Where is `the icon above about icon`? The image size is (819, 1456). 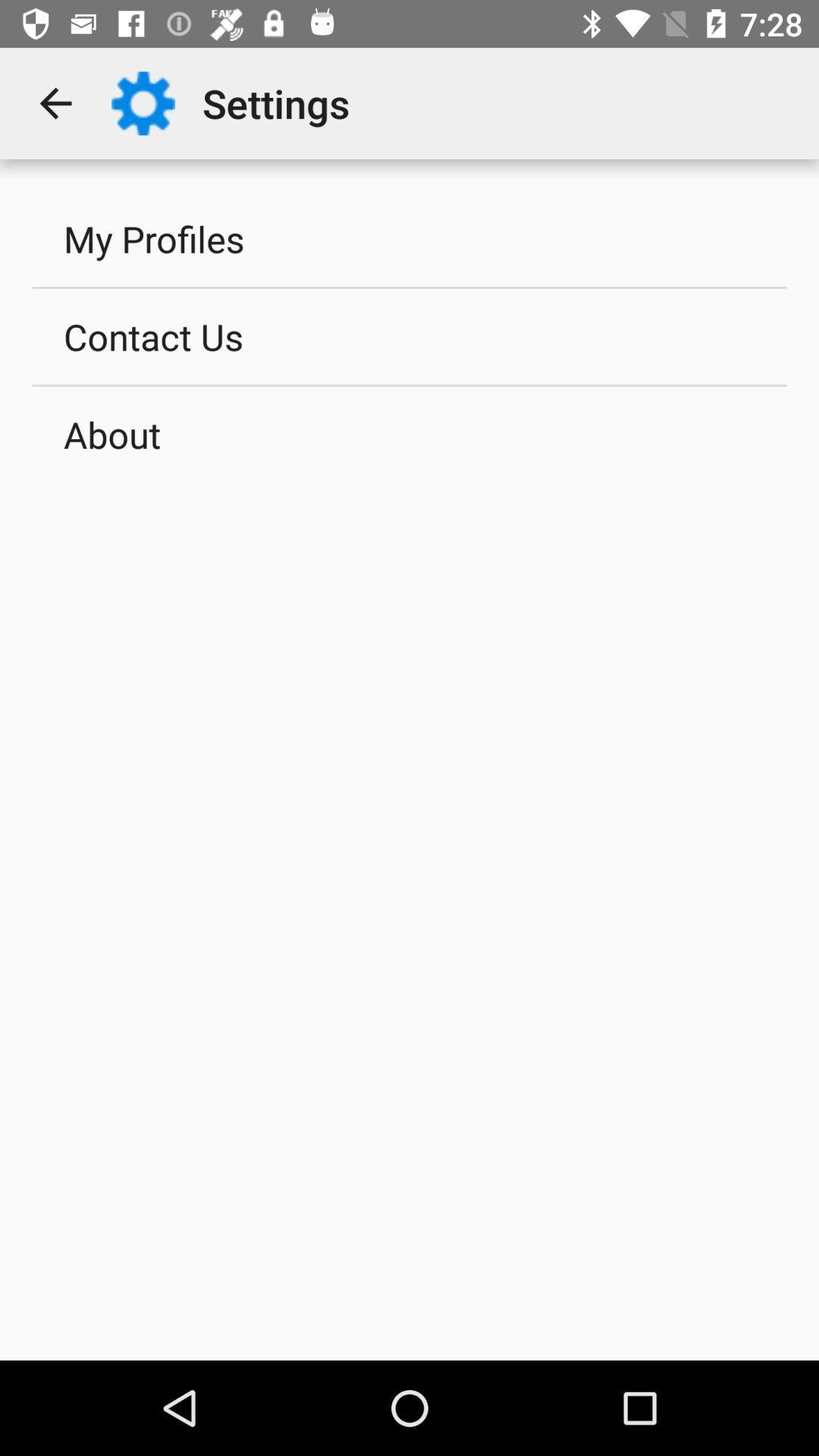
the icon above about icon is located at coordinates (409, 335).